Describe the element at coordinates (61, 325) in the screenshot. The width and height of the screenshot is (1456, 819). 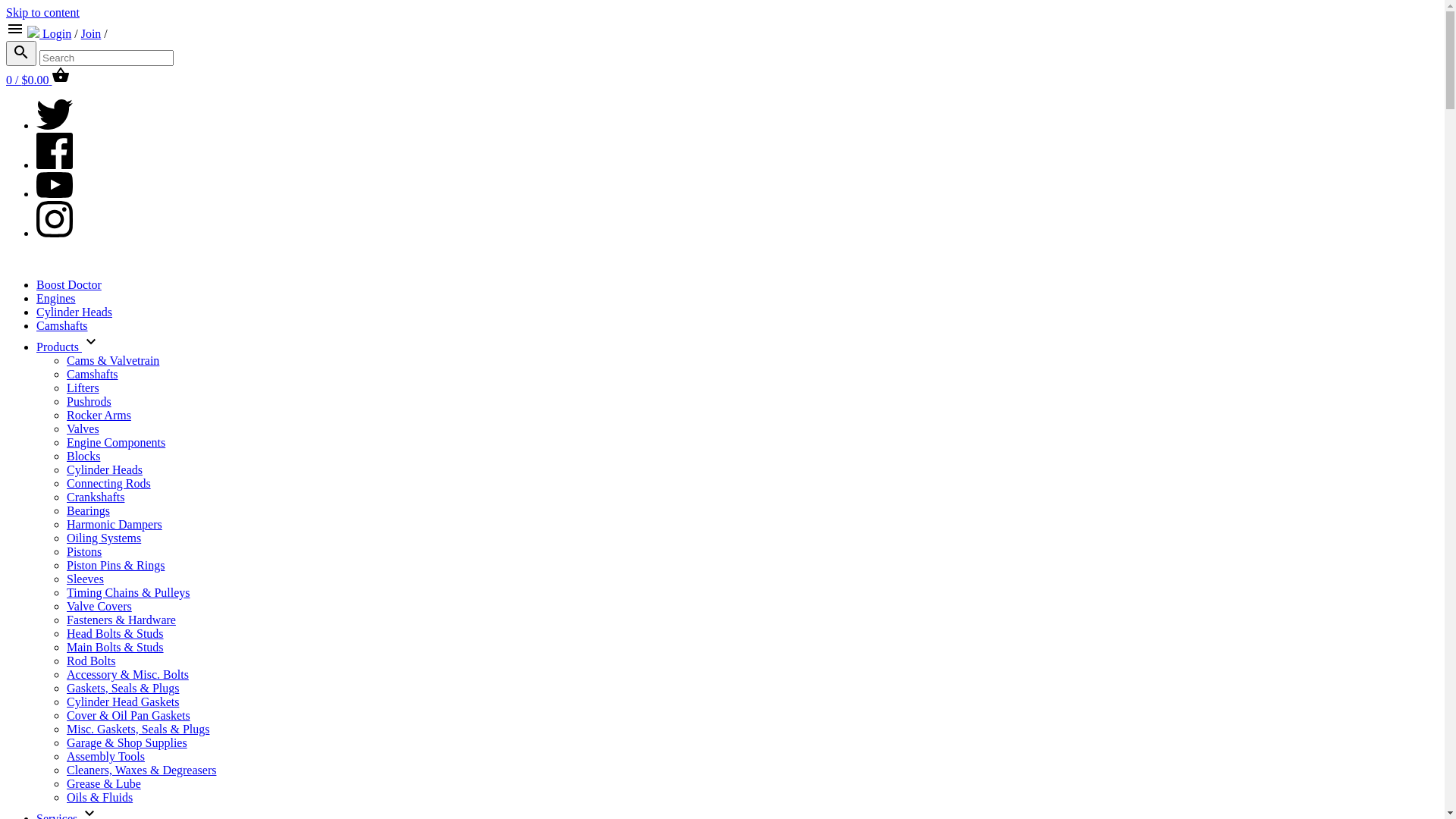
I see `'Camshafts'` at that location.